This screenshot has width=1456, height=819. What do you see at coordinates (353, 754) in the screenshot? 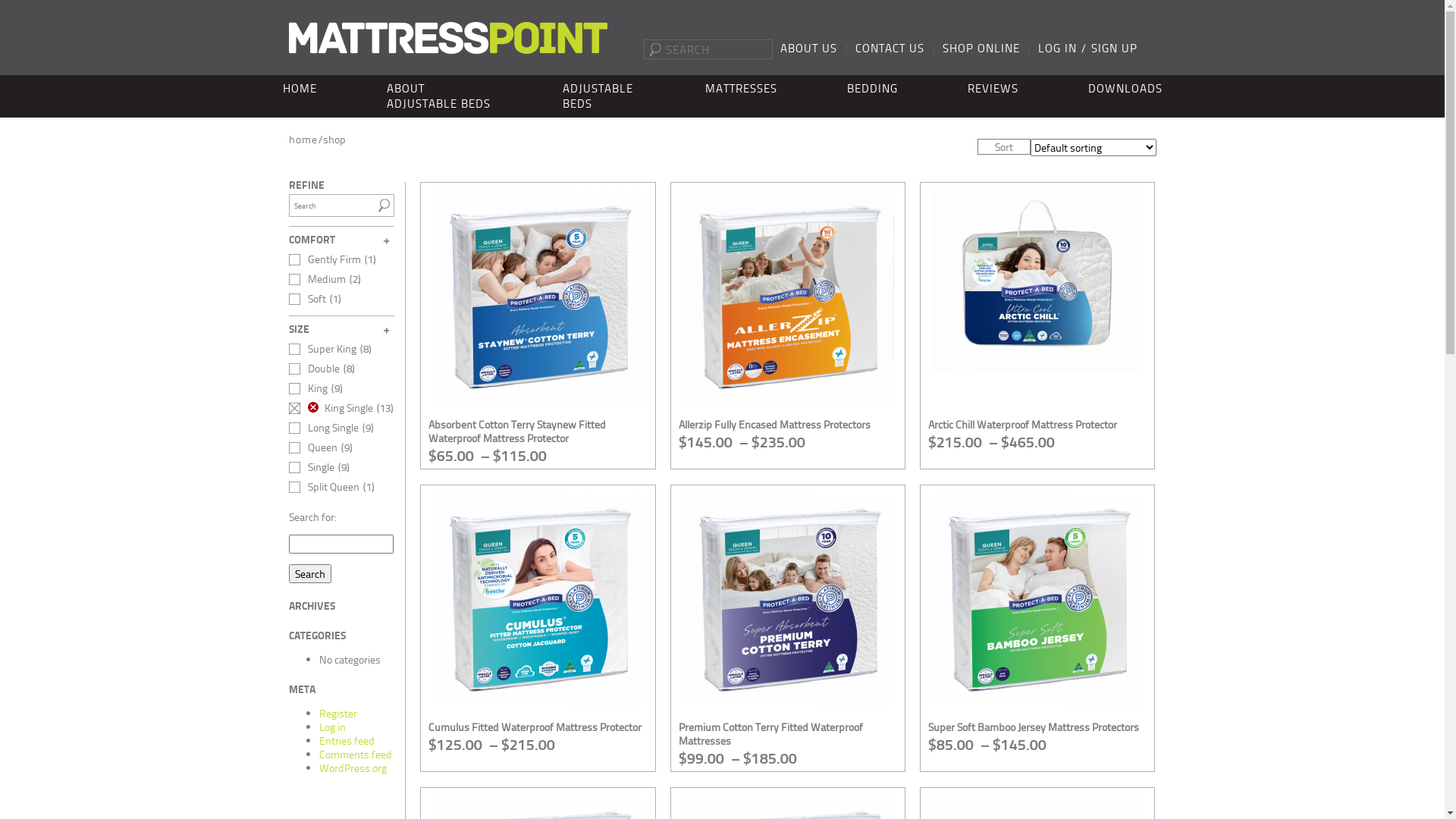
I see `'Comments feed'` at bounding box center [353, 754].